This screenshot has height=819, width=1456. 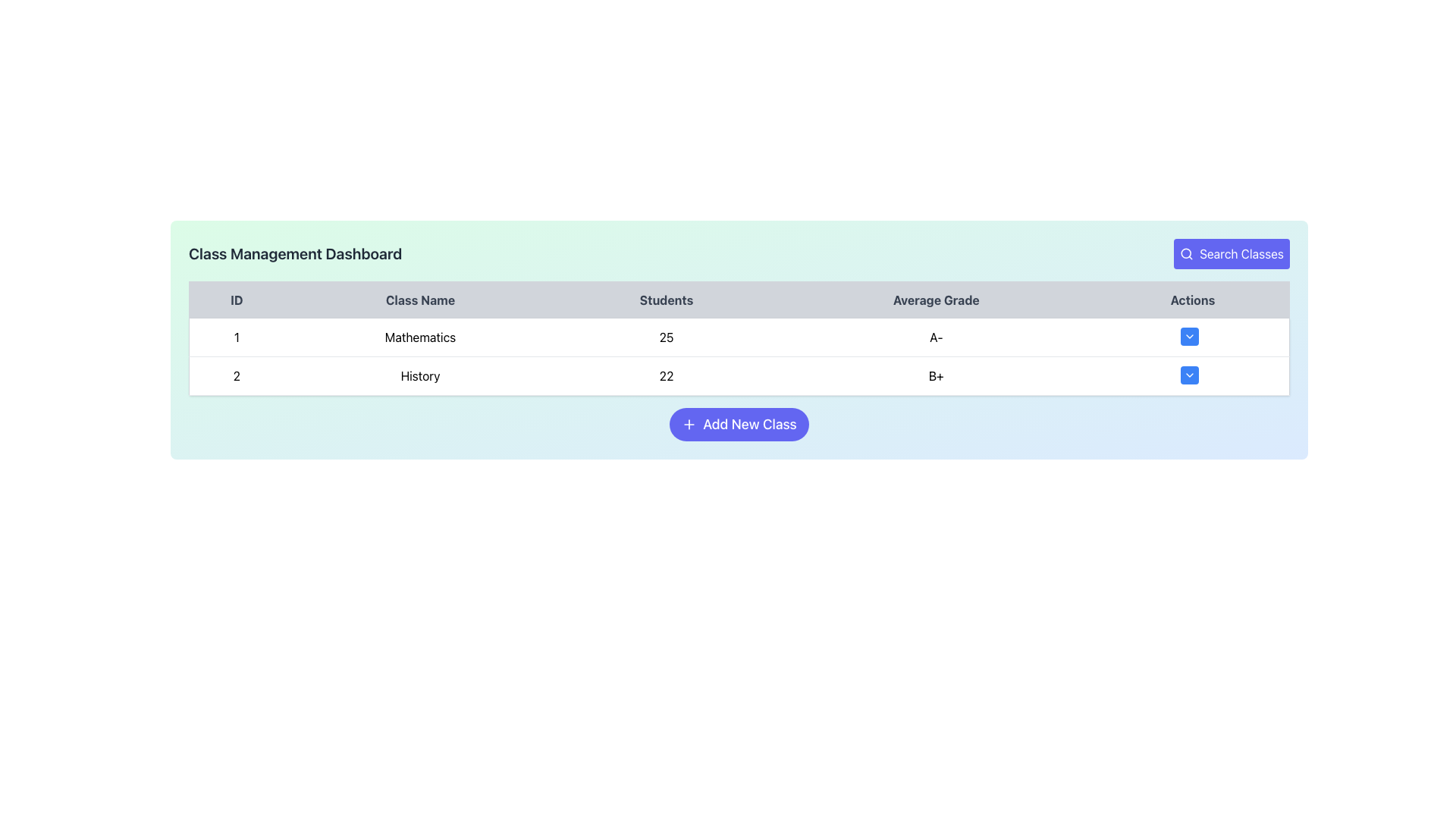 I want to click on numerical text '22' displayed in black within the 'Students' column of the second row in the 'Class Management Dashboard' table, associated with the 'History' class, so click(x=666, y=375).